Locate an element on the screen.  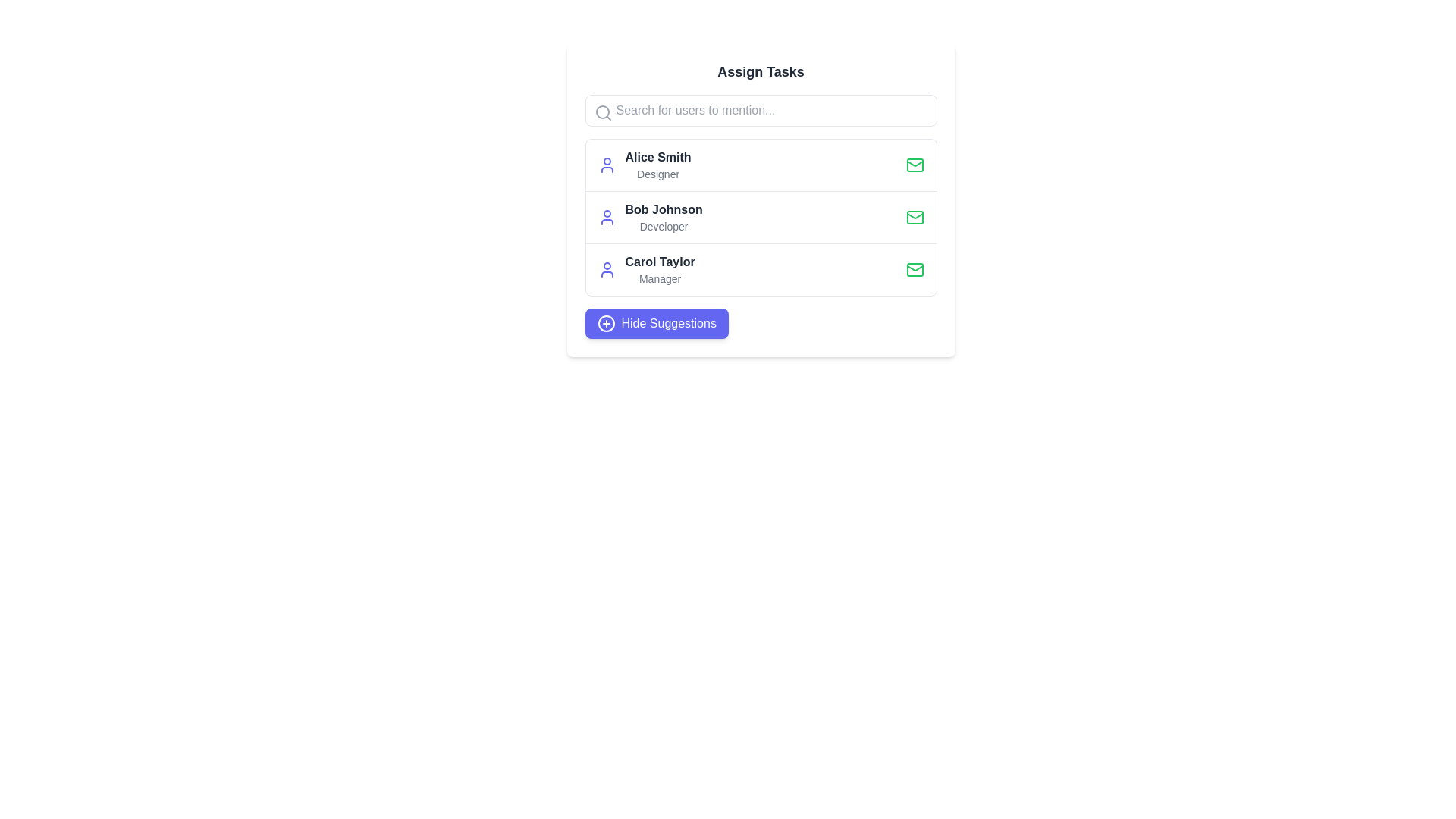
the User list item component representing 'Carol Taylor, Manager' by moving the cursor to its center point is located at coordinates (761, 268).